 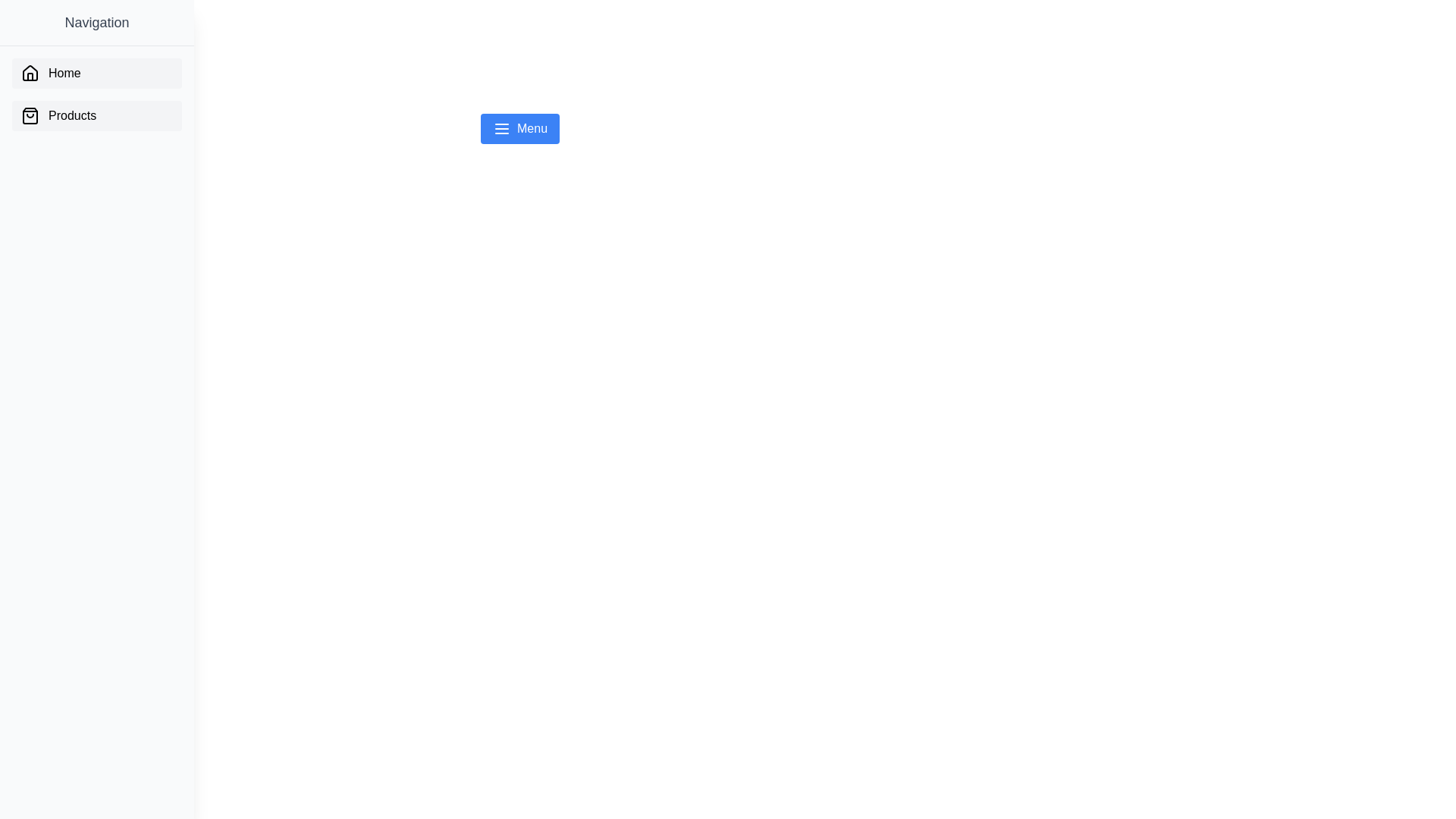 What do you see at coordinates (96, 23) in the screenshot?
I see `the 'Navigation' label in the drawer` at bounding box center [96, 23].